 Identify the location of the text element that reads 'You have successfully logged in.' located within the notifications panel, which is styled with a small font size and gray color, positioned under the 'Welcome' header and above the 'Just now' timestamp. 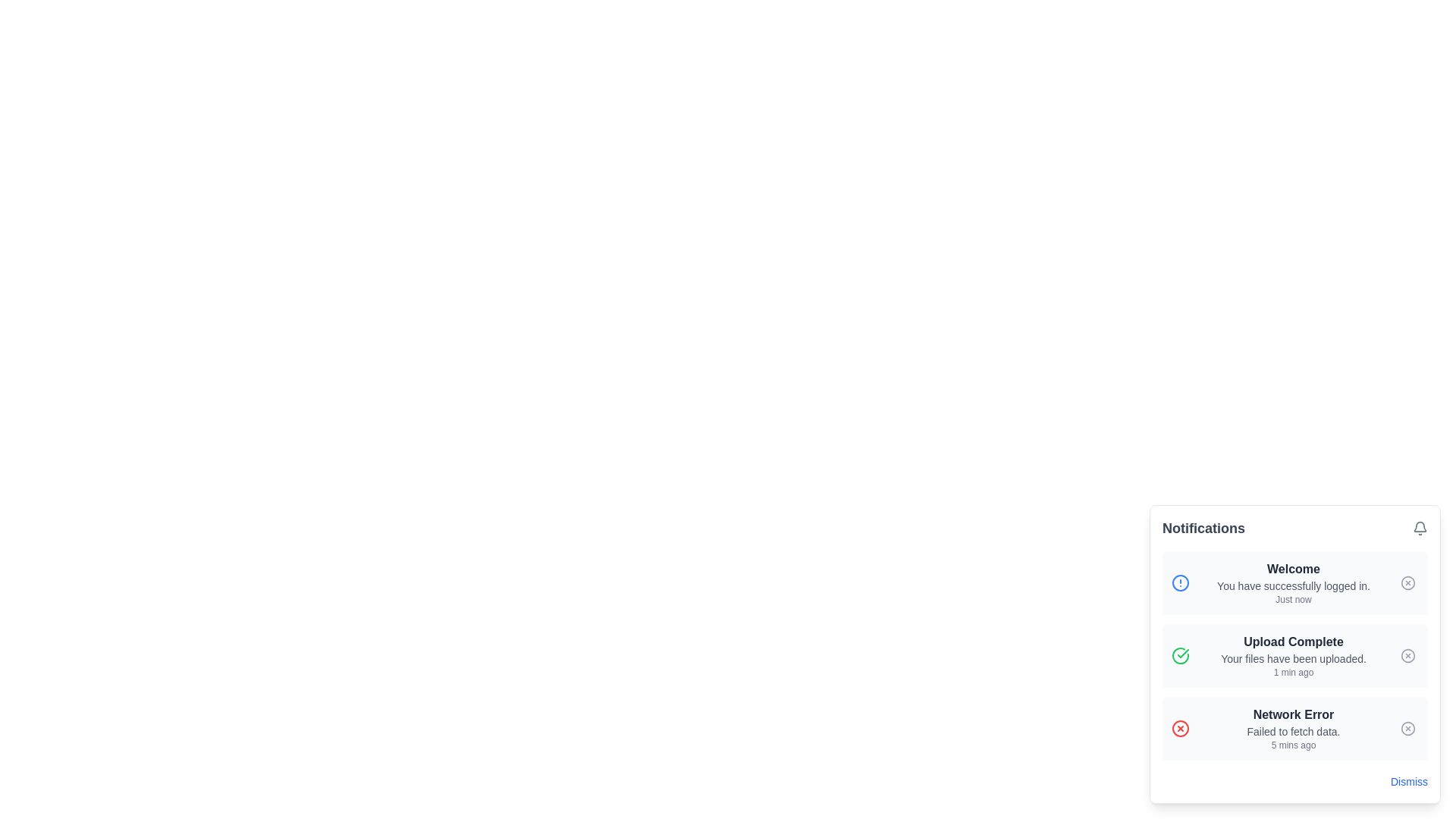
(1292, 585).